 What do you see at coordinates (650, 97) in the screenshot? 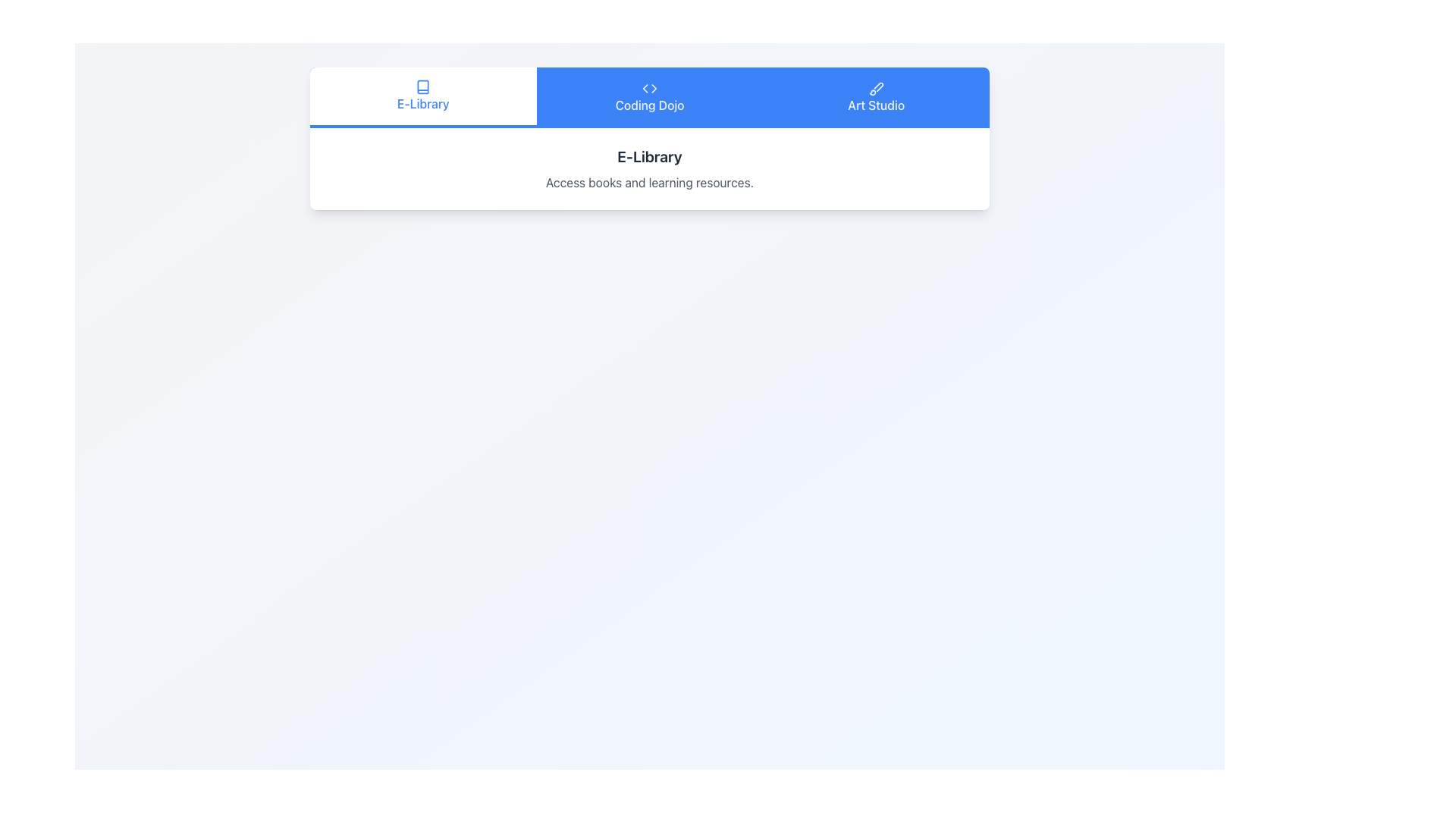
I see `the 'Coding Dojo' tab in the navigation bar` at bounding box center [650, 97].